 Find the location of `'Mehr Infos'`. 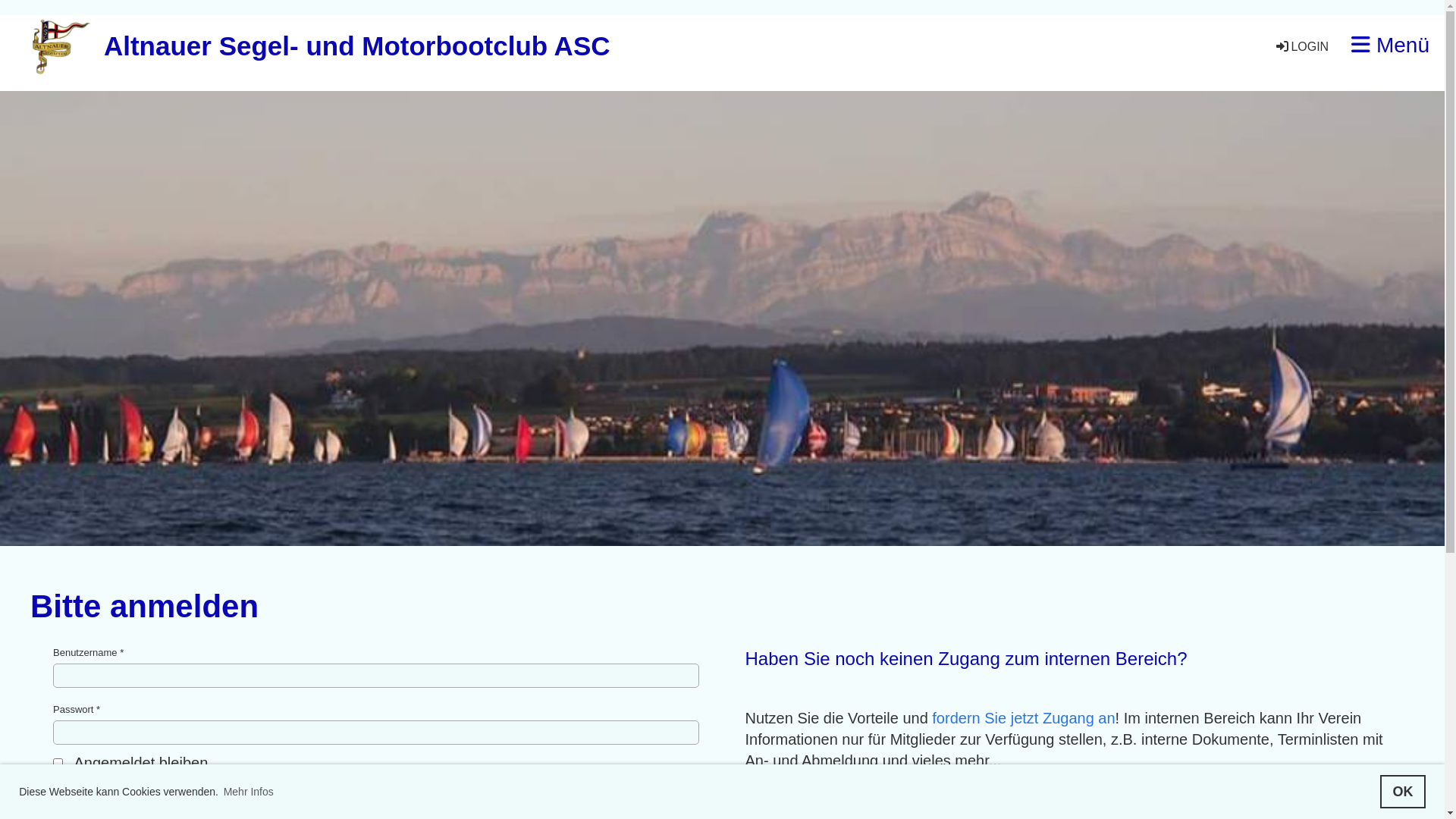

'Mehr Infos' is located at coordinates (221, 791).